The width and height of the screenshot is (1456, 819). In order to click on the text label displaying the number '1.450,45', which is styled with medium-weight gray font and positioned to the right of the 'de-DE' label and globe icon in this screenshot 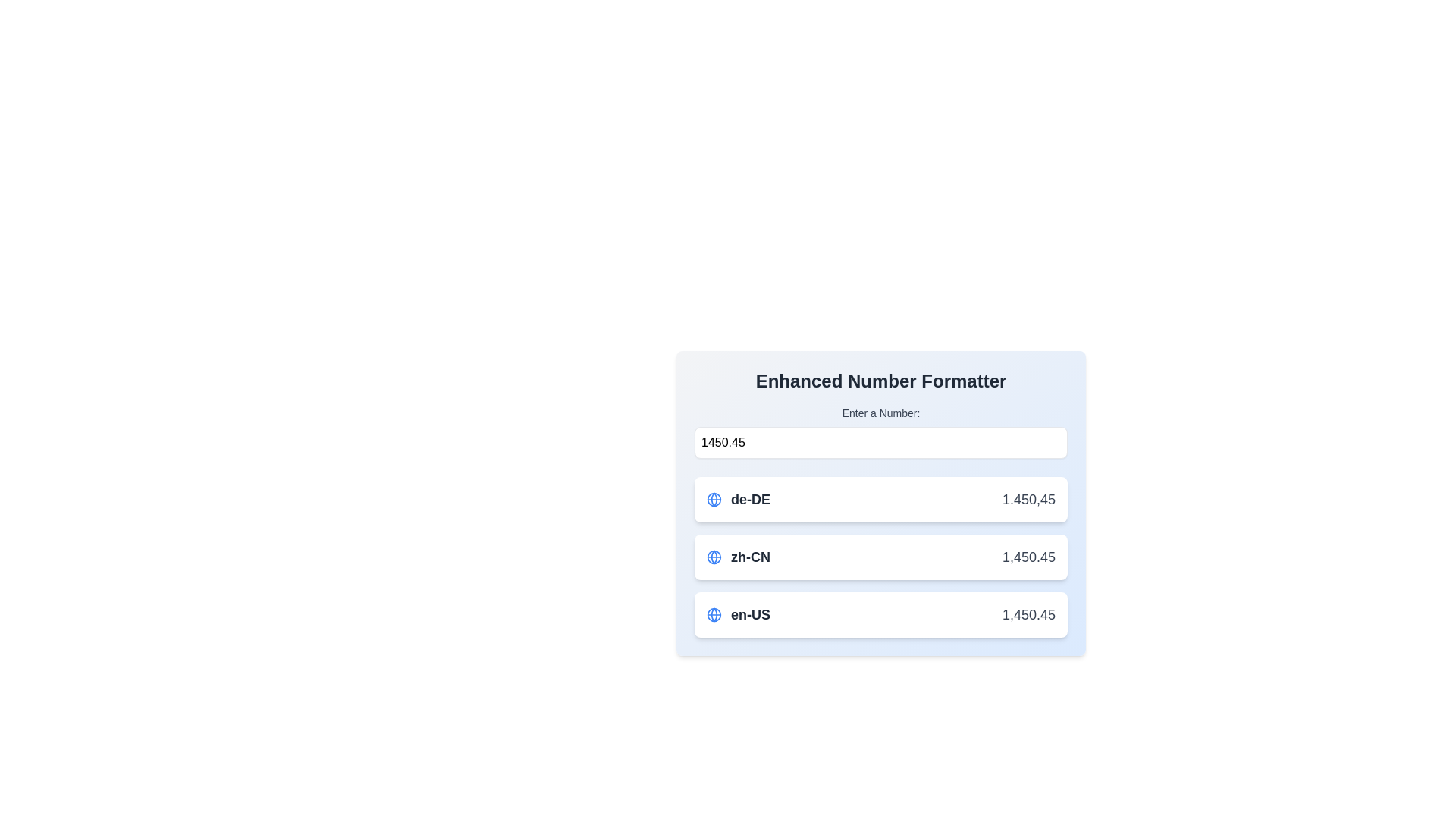, I will do `click(1028, 500)`.